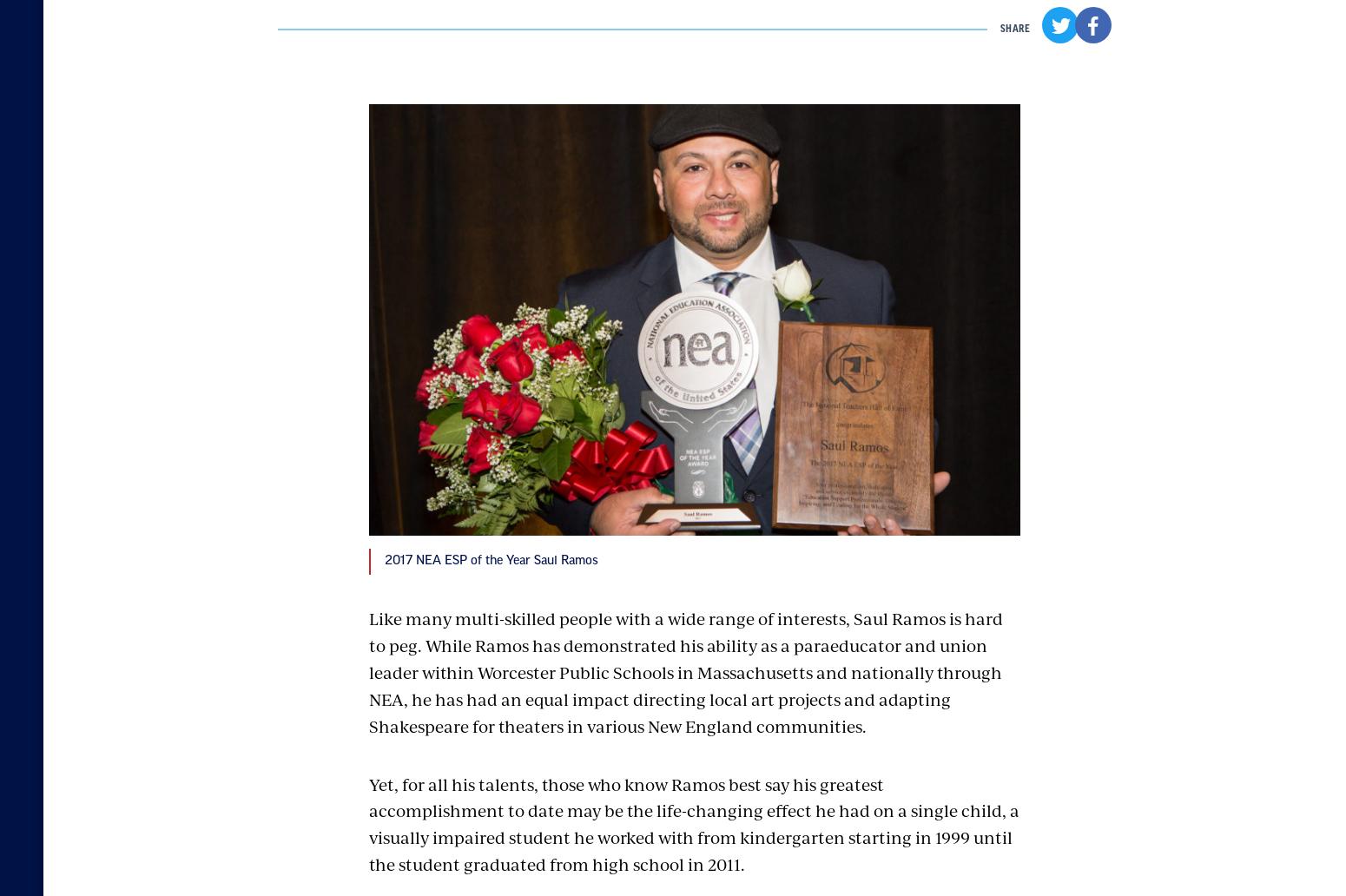 The height and width of the screenshot is (896, 1346). Describe the element at coordinates (538, 661) in the screenshot. I see `'Careers'` at that location.